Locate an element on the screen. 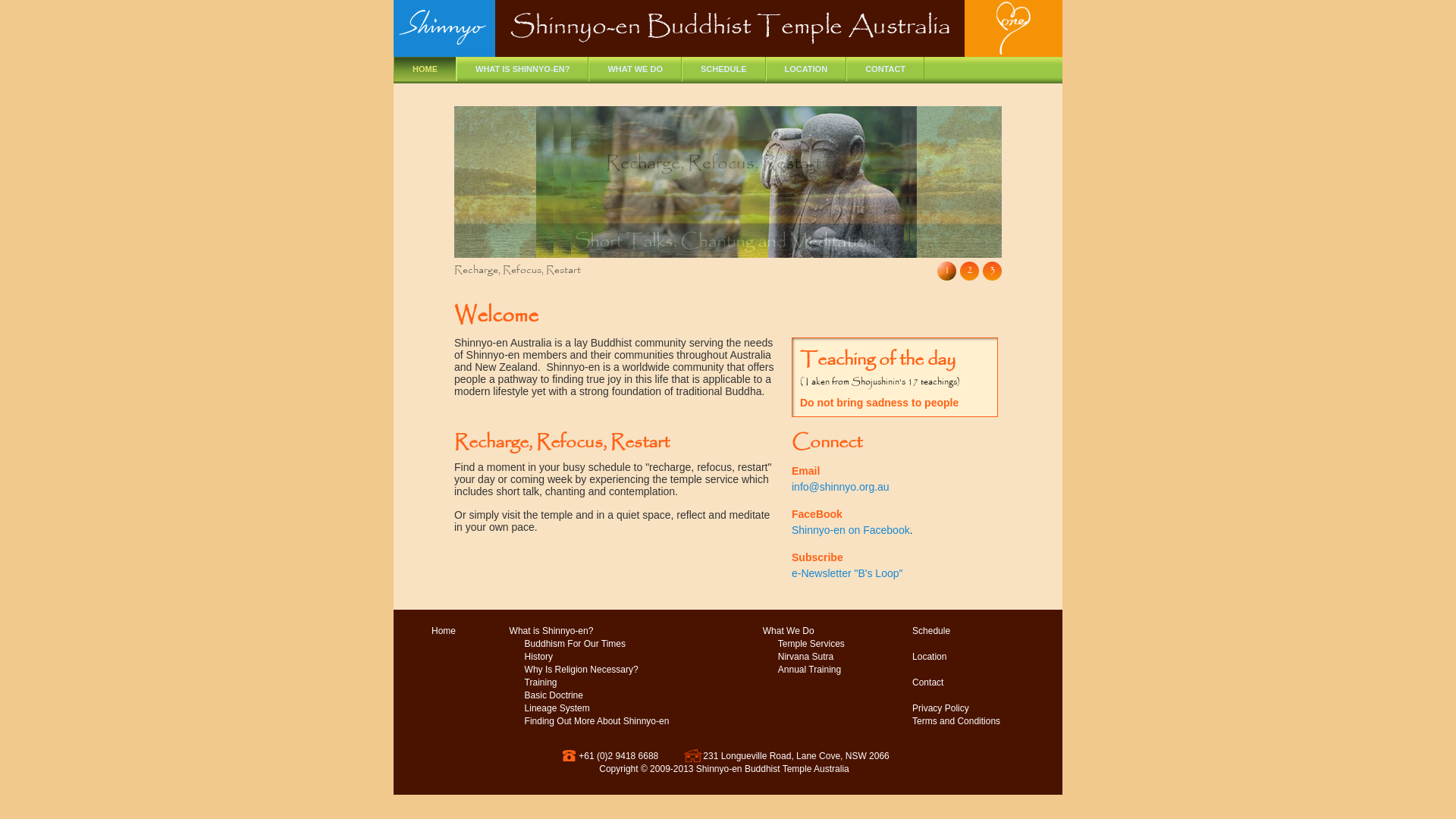 This screenshot has width=1456, height=819. 'HOME' is located at coordinates (425, 69).